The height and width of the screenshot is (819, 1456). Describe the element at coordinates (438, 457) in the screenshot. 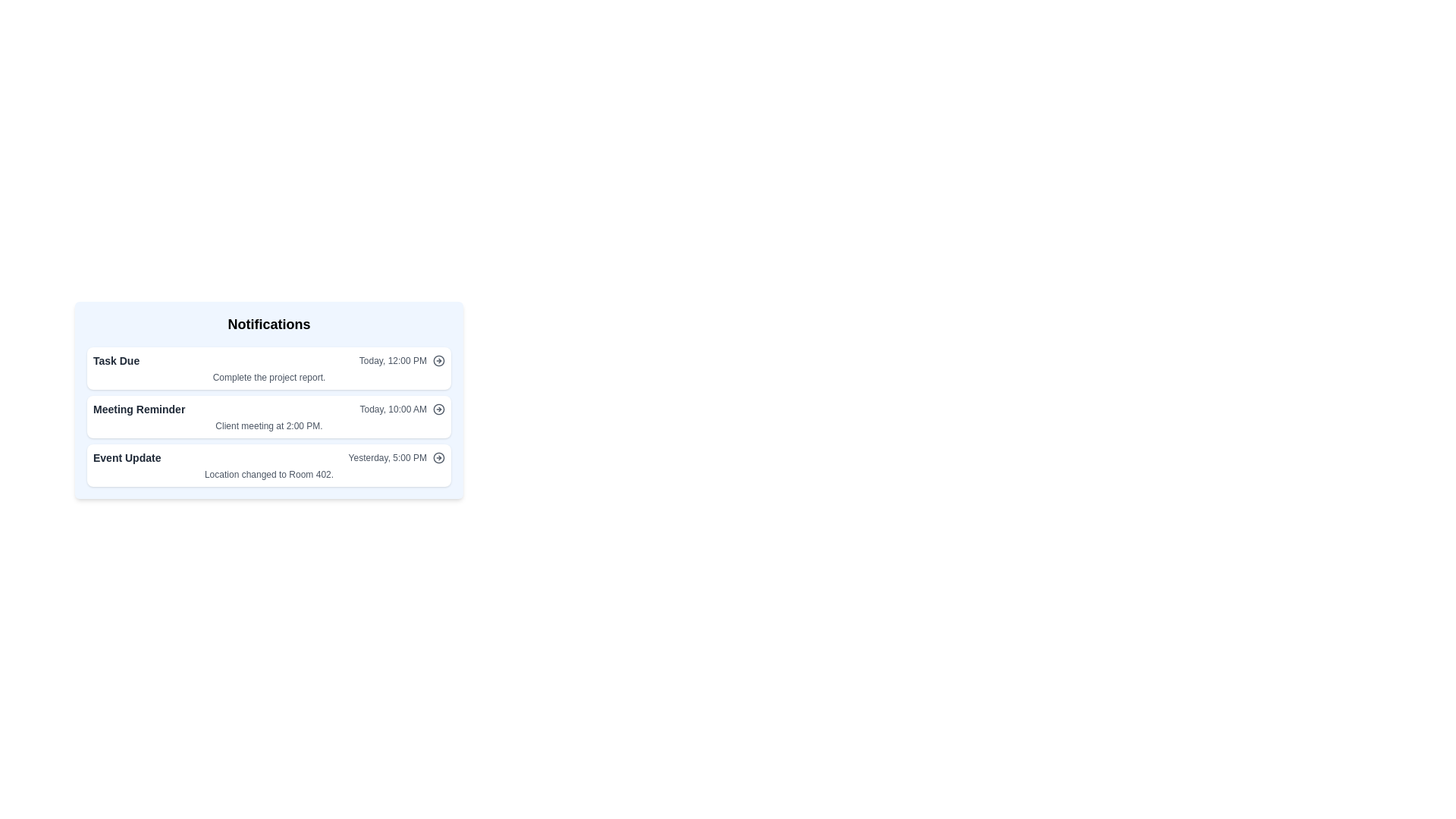

I see `the circular icon with a right-pointing arrow located in the rightmost section of the third notification item labeled 'Event Update', adjacent to the timestamp 'Yesterday, 5:00 PM'` at that location.